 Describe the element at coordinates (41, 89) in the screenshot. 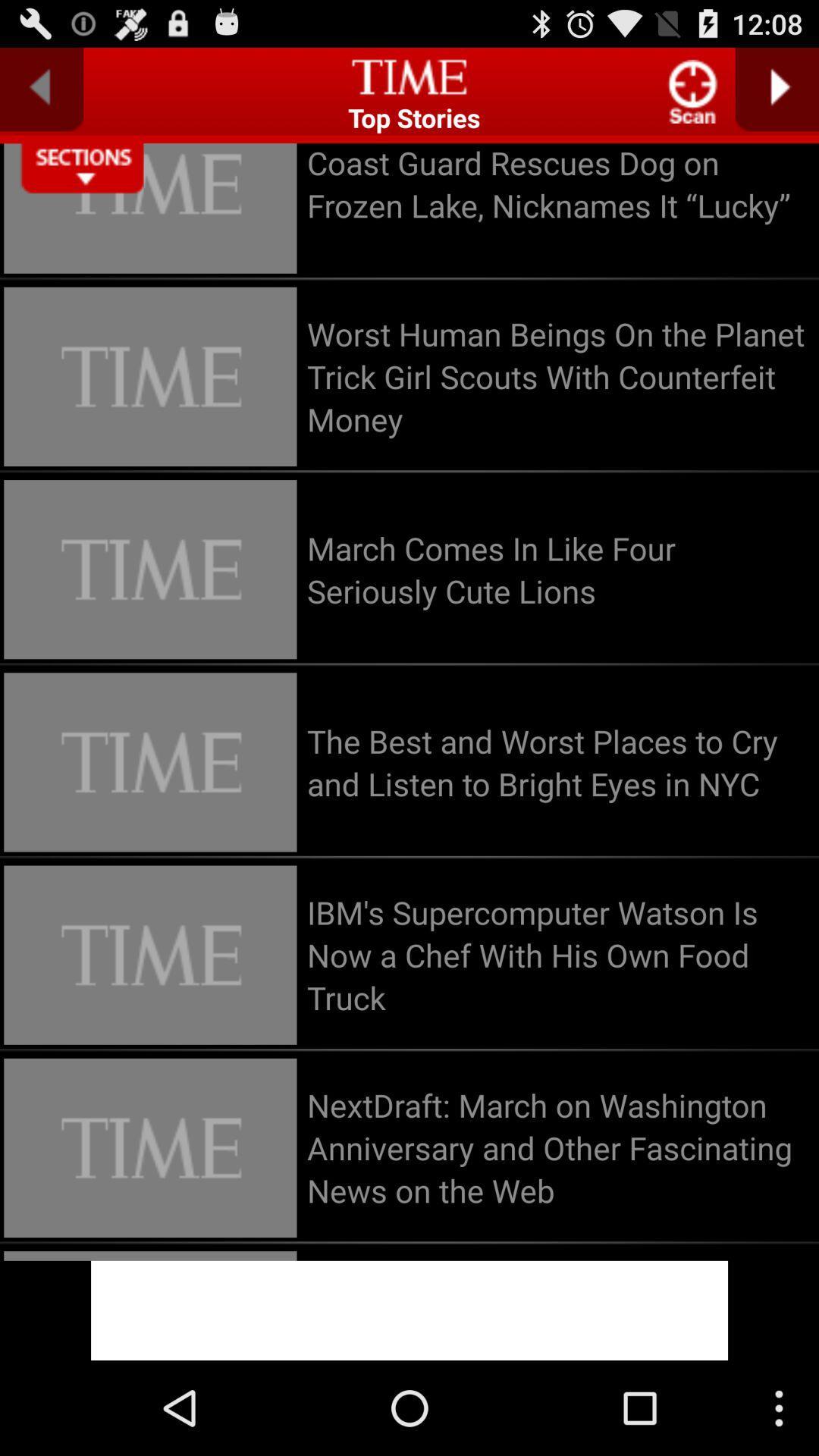

I see `previous` at that location.